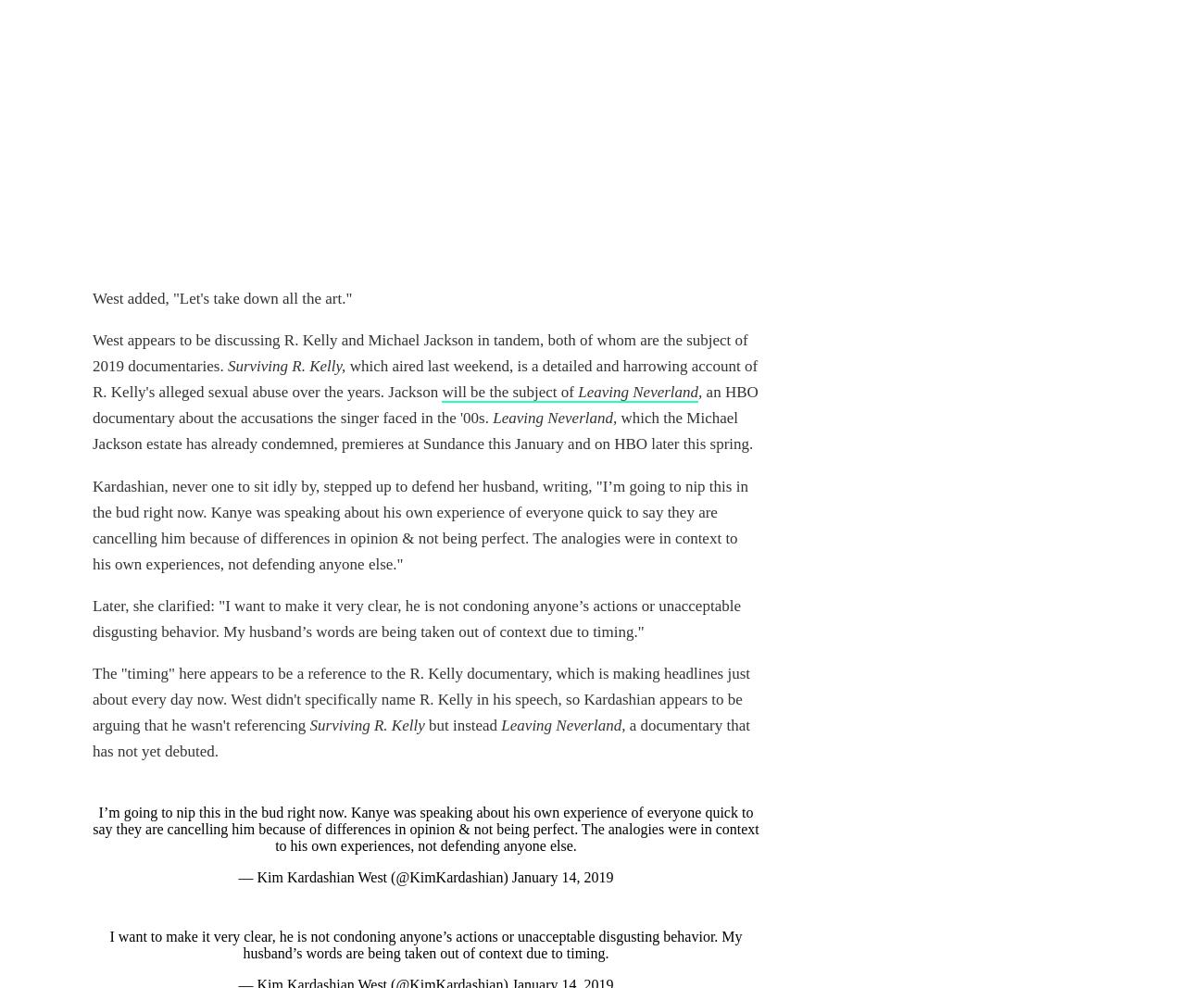 This screenshot has height=988, width=1204. I want to click on 'which the Michael Jackson estate has already condemned, premieres at Sundance this January and on HBO later this spring.', so click(421, 430).